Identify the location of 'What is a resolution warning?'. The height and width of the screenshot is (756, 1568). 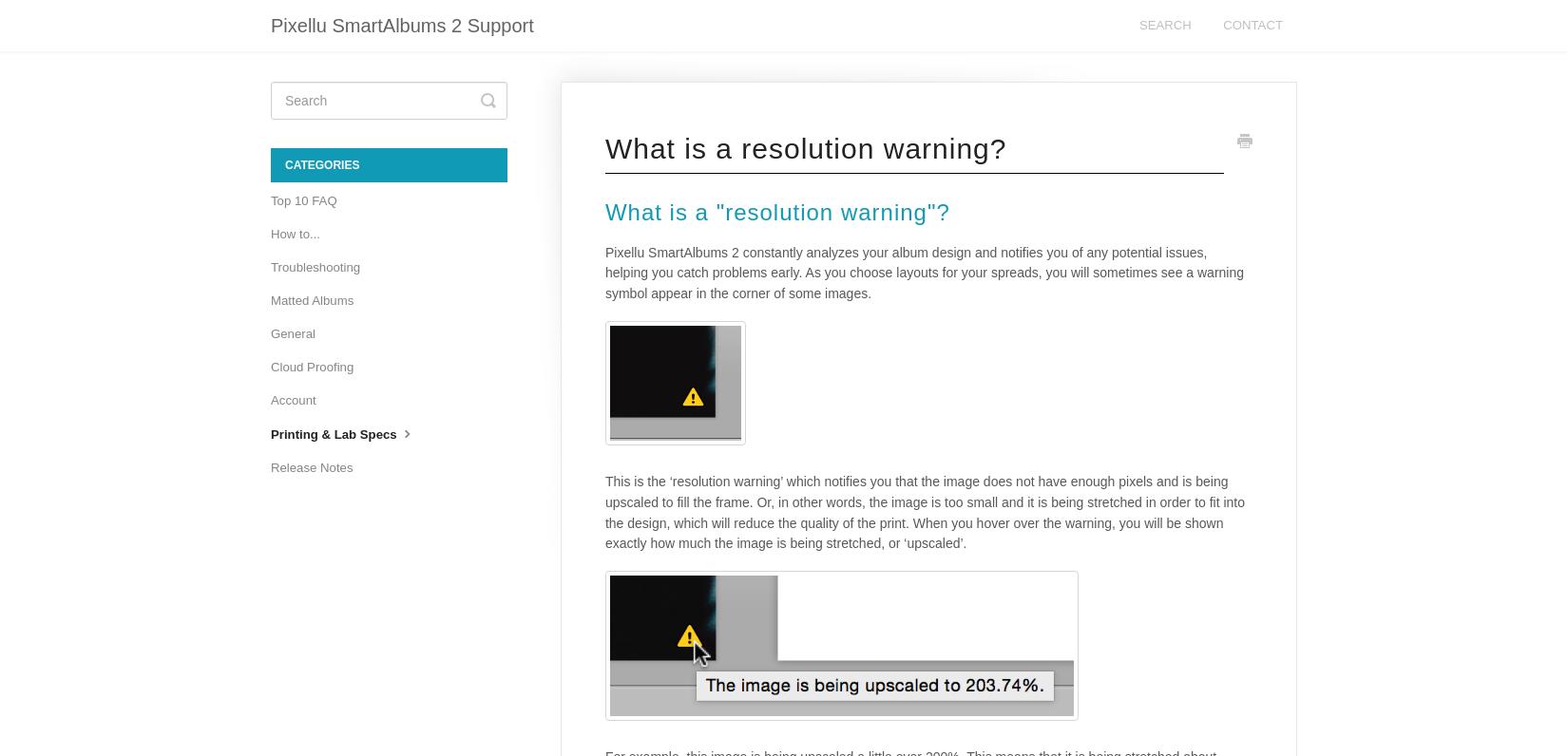
(603, 147).